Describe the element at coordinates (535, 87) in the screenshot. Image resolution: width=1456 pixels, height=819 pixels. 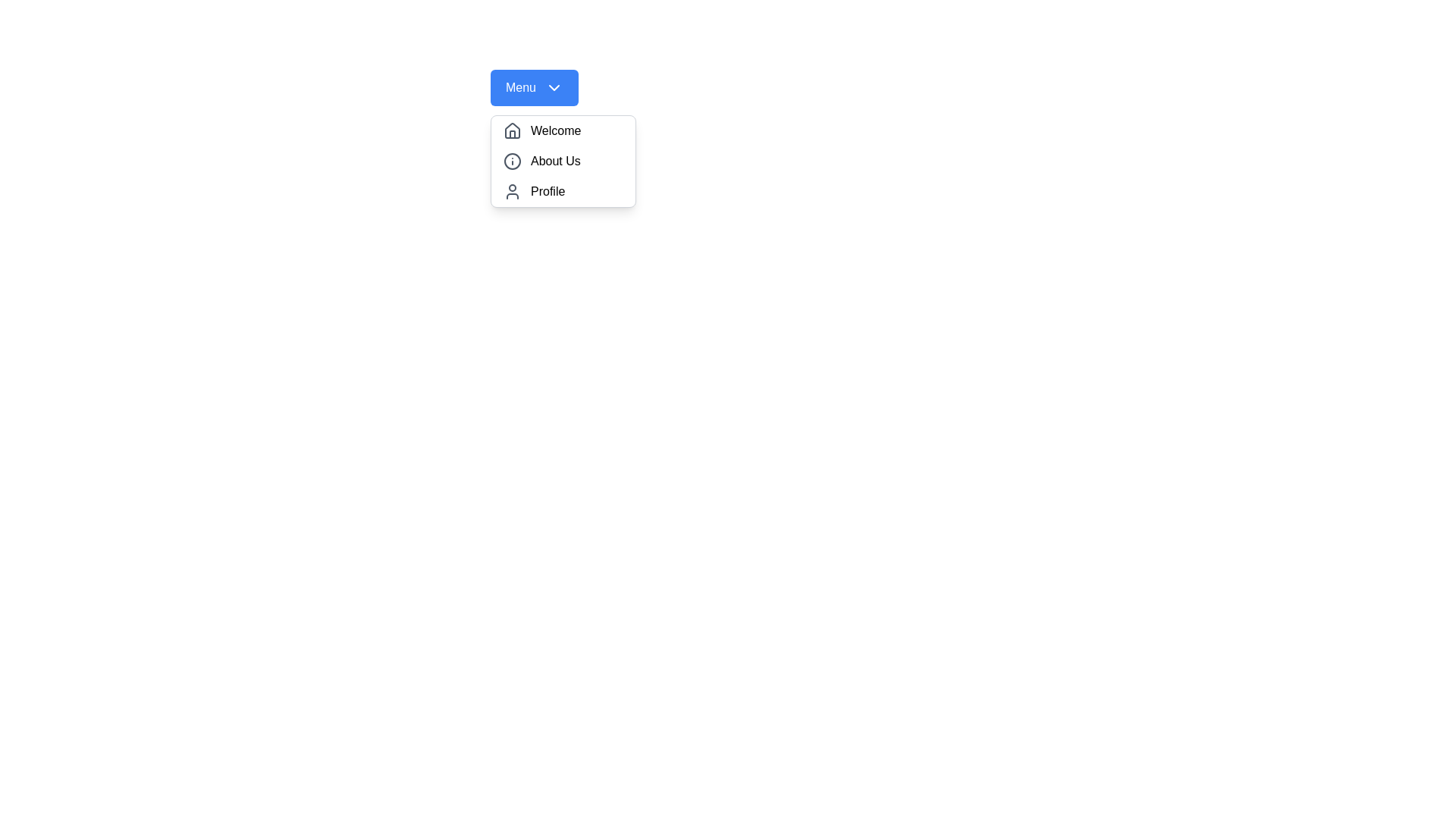
I see `the 'Menu' button to toggle the menu visibility` at that location.